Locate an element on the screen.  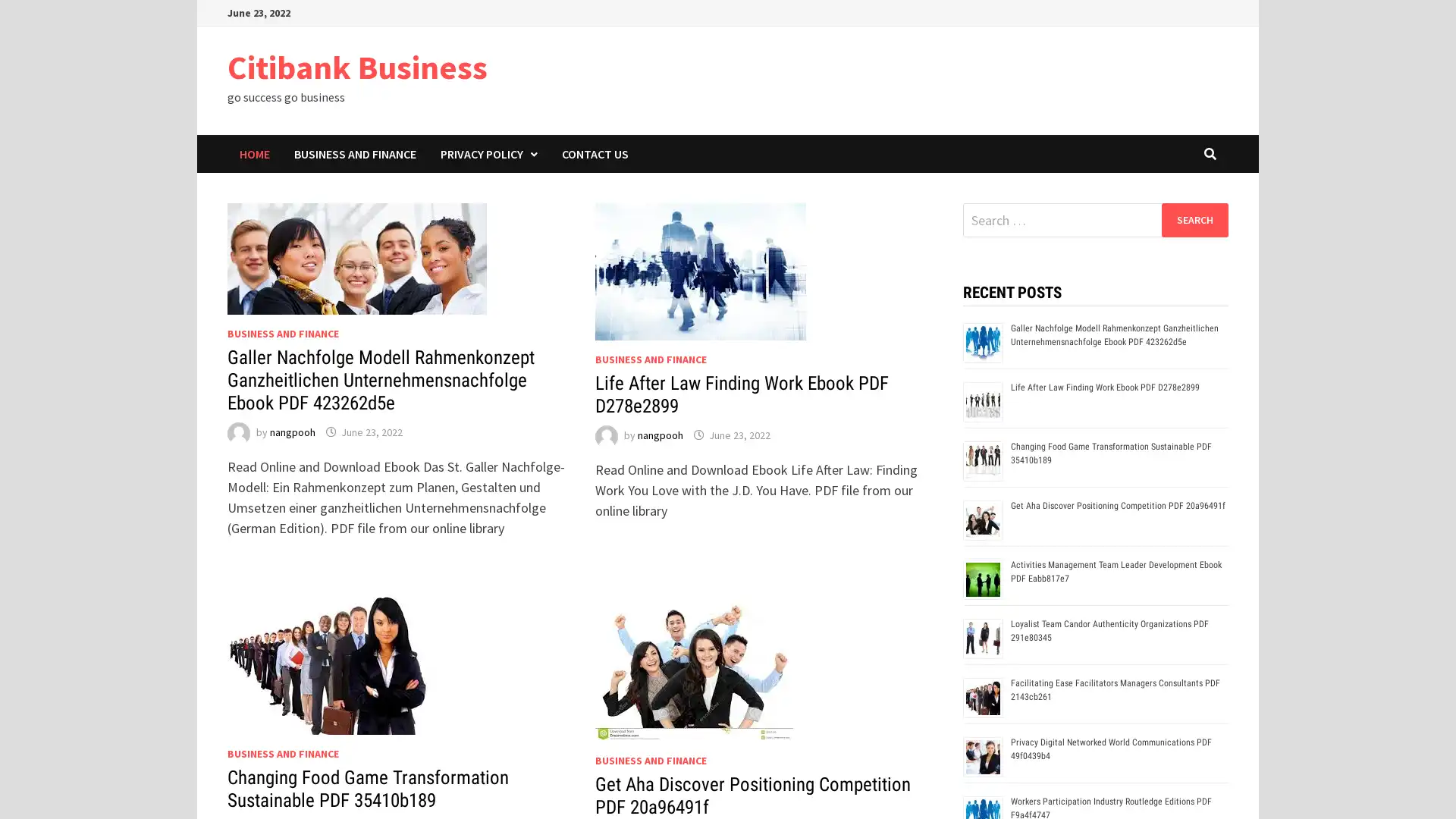
Search is located at coordinates (1194, 219).